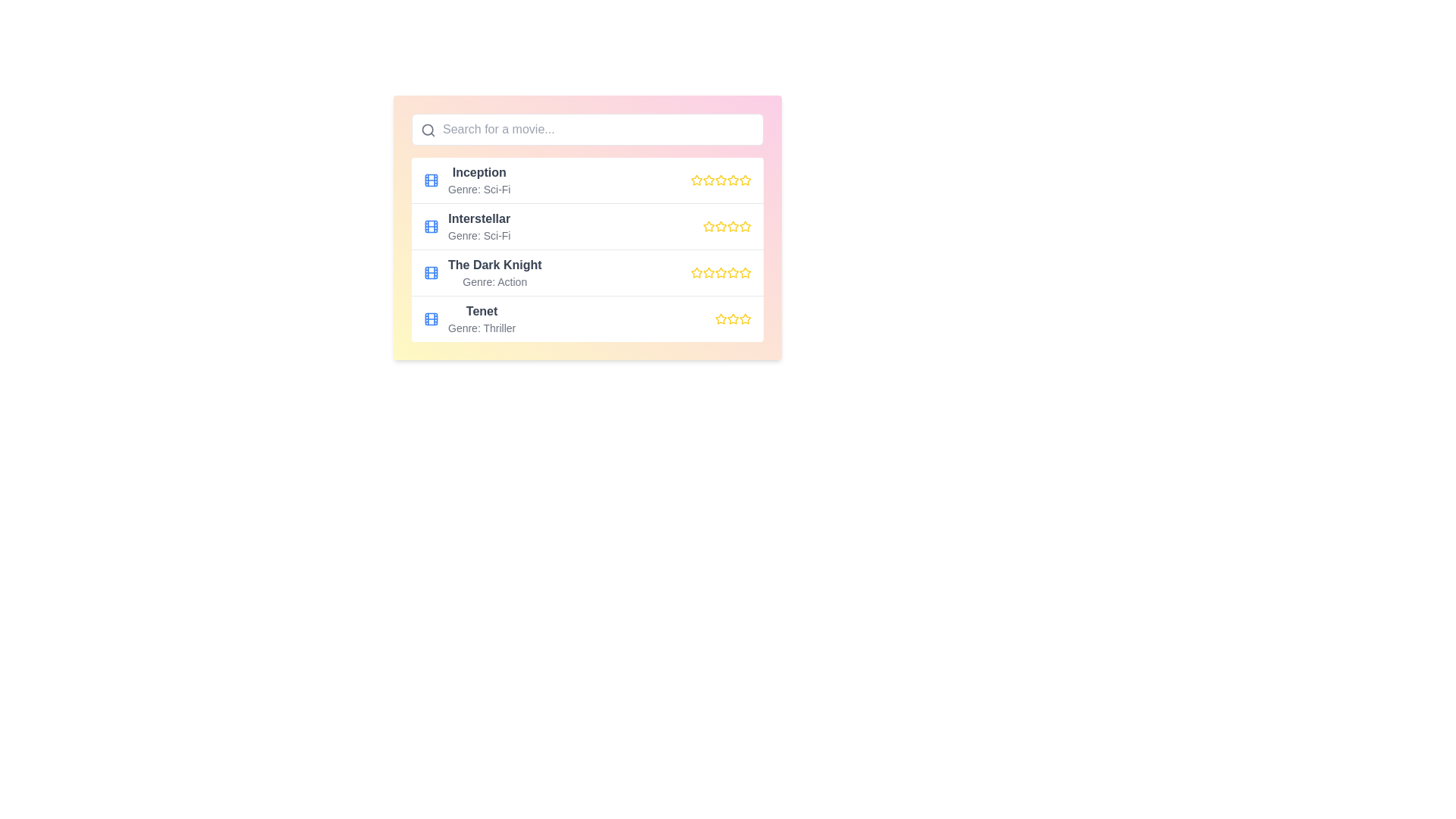 The width and height of the screenshot is (1456, 819). What do you see at coordinates (745, 227) in the screenshot?
I see `the fifth star-shaped Rating icon with a bright yellow outline adjacent to the movie title 'Interstellar' to rate it` at bounding box center [745, 227].